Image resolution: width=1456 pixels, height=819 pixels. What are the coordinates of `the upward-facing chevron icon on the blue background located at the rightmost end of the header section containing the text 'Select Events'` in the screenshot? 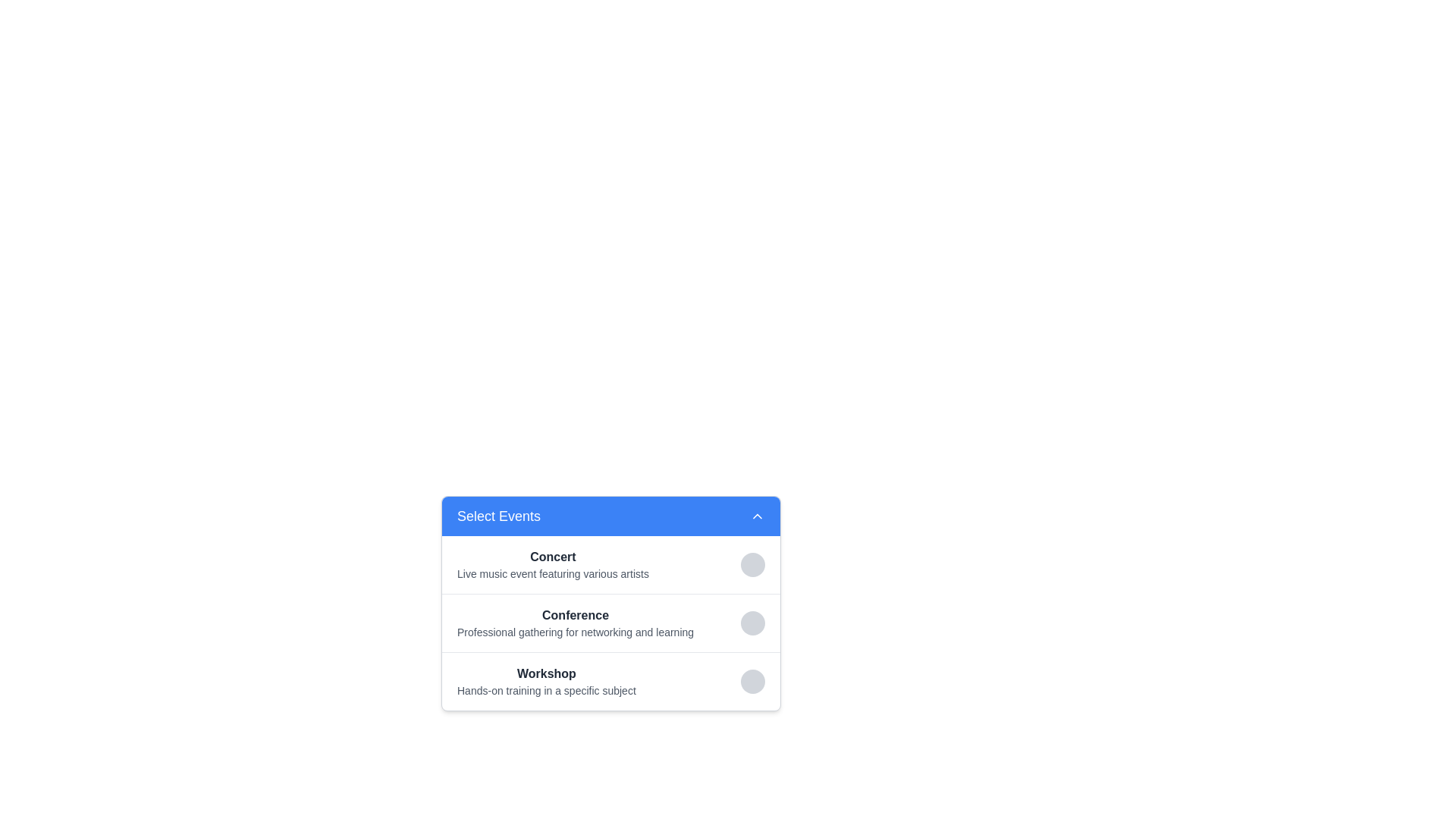 It's located at (757, 516).